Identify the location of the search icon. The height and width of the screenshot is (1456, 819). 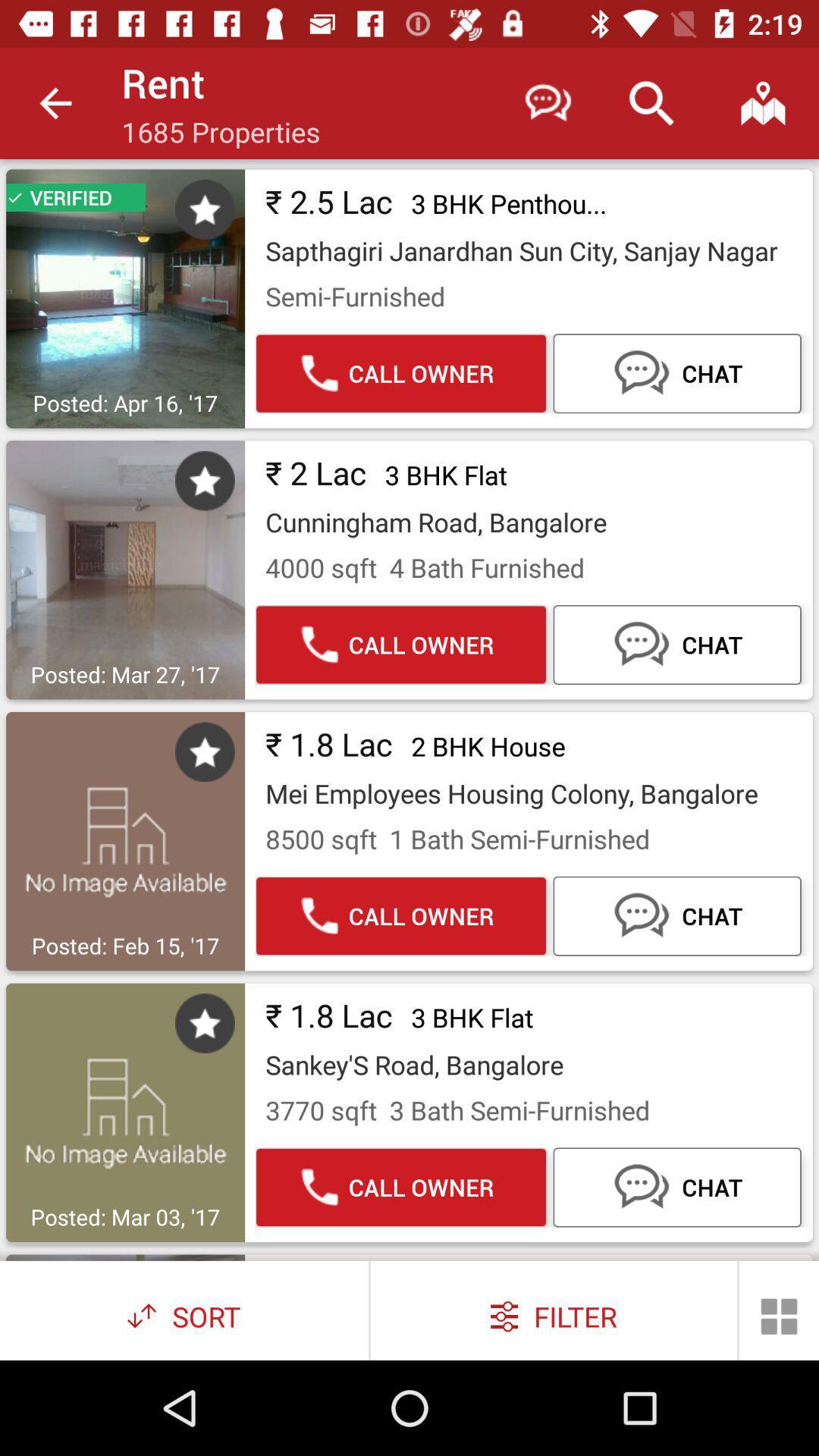
(651, 102).